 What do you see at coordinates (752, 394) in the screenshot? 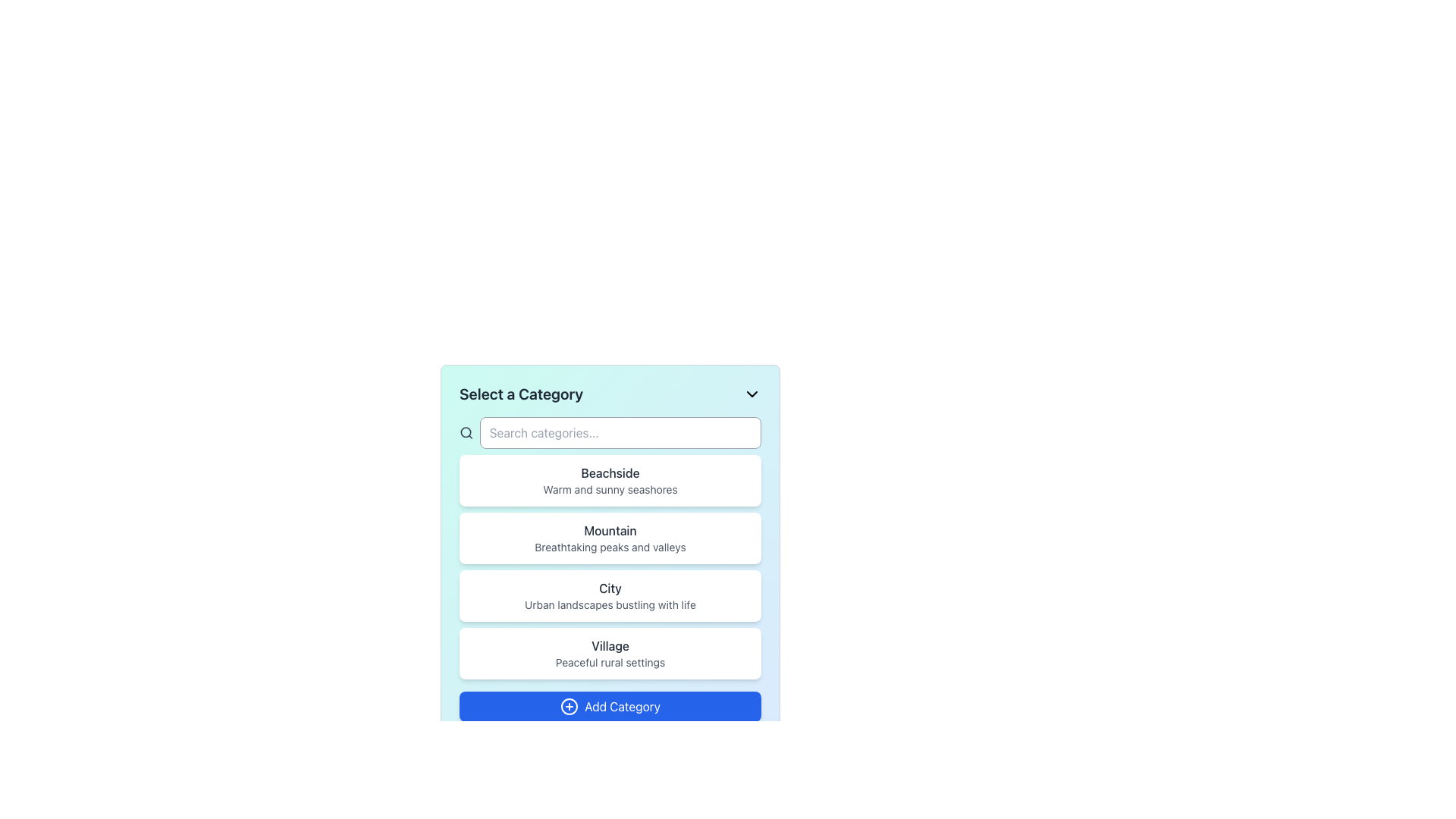
I see `the button at the upper-right corner of the 'Select a Category' section` at bounding box center [752, 394].